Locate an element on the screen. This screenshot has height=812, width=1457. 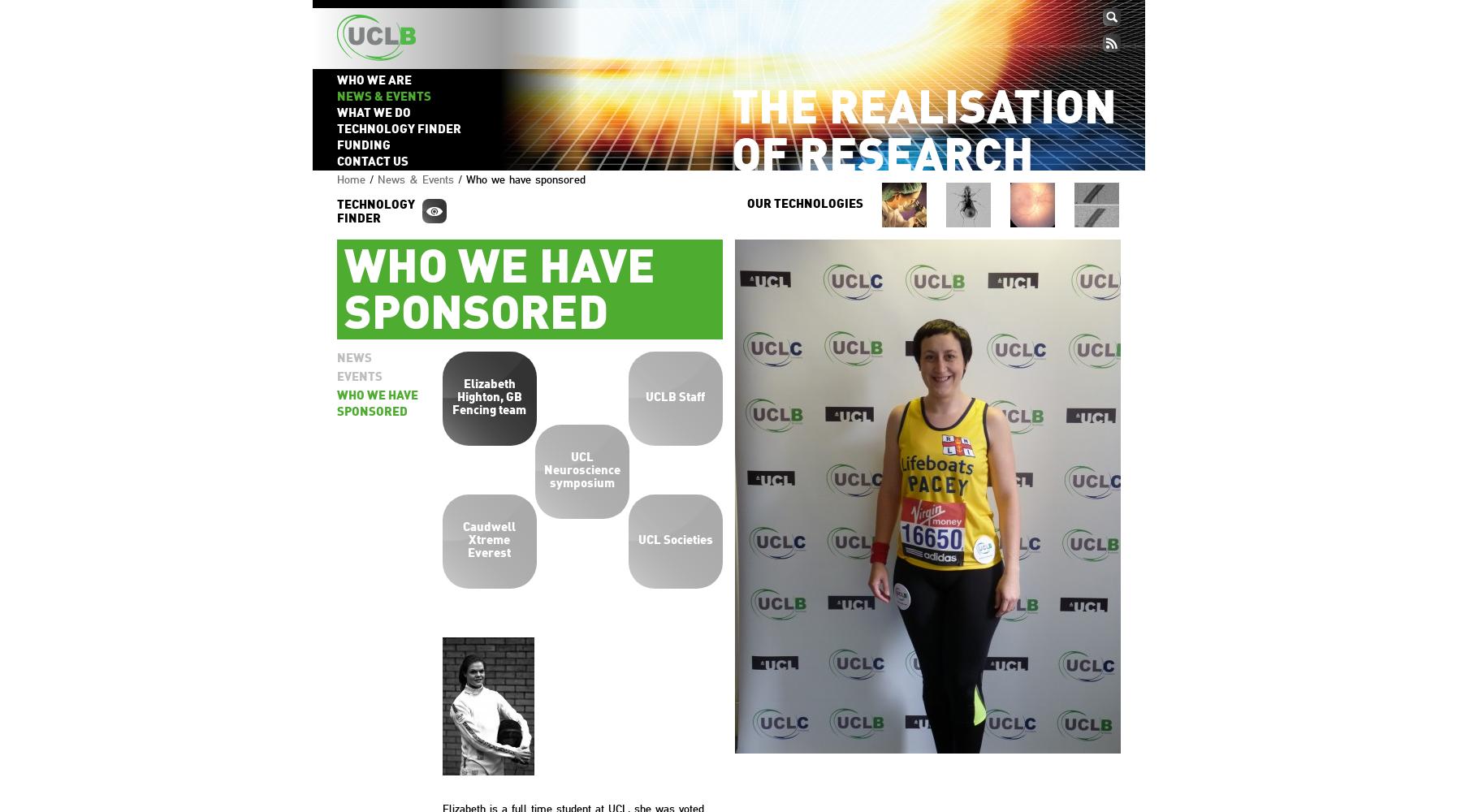
'Our Technologies' is located at coordinates (803, 205).